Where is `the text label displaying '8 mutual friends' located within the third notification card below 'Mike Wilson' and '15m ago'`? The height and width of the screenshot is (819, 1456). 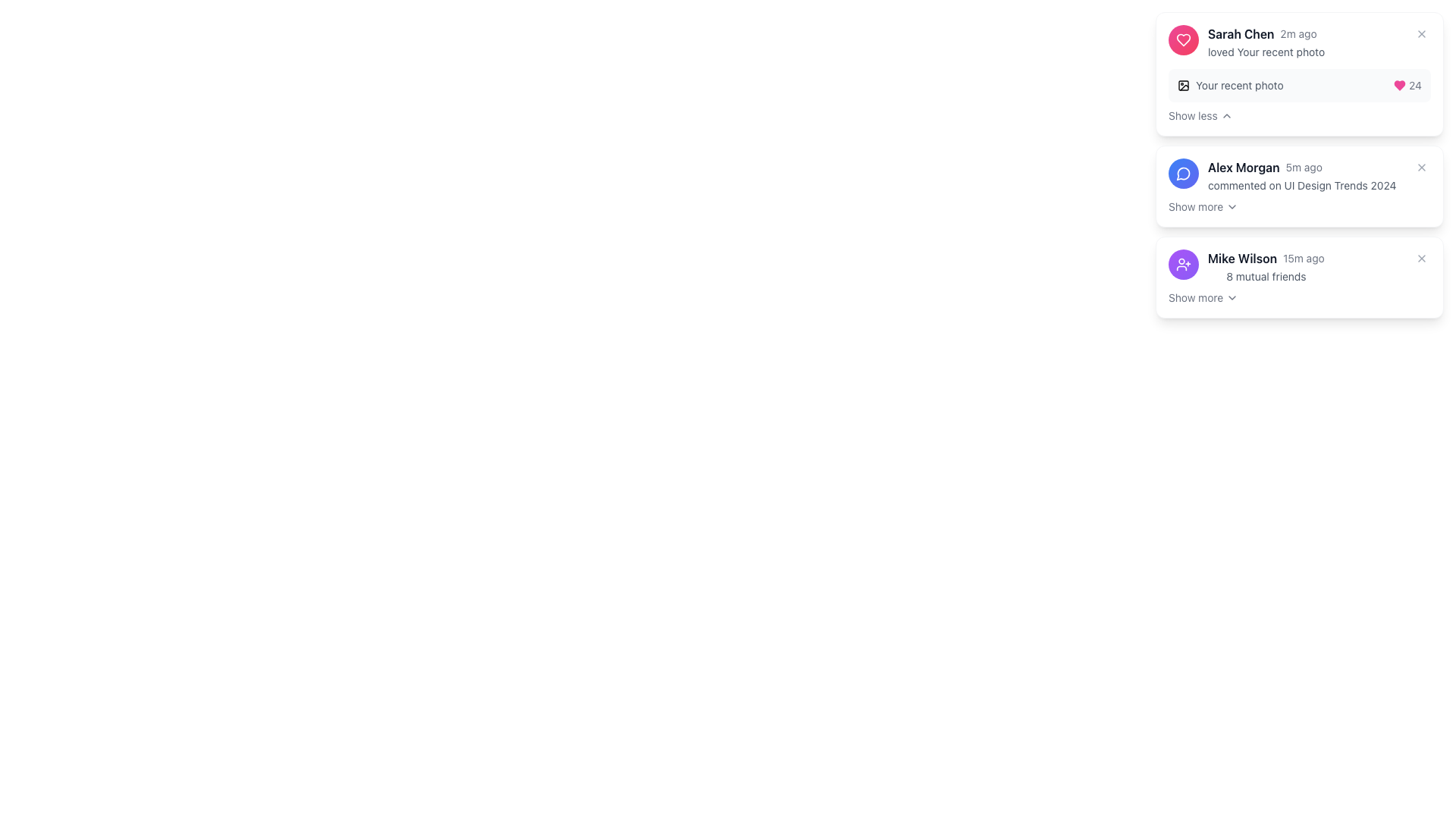 the text label displaying '8 mutual friends' located within the third notification card below 'Mike Wilson' and '15m ago' is located at coordinates (1266, 276).